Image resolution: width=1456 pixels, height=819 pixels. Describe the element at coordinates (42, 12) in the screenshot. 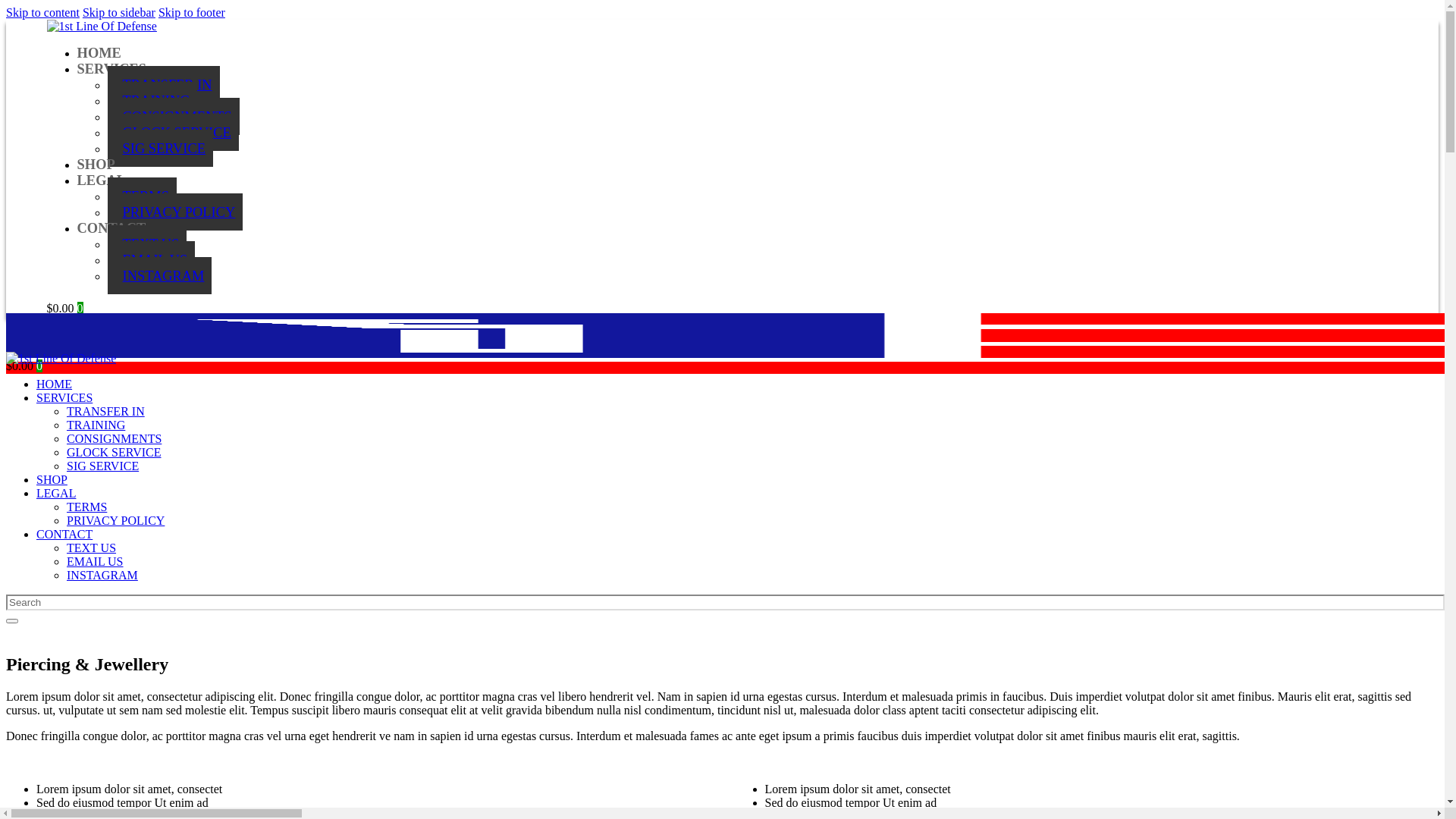

I see `'Skip to content'` at that location.